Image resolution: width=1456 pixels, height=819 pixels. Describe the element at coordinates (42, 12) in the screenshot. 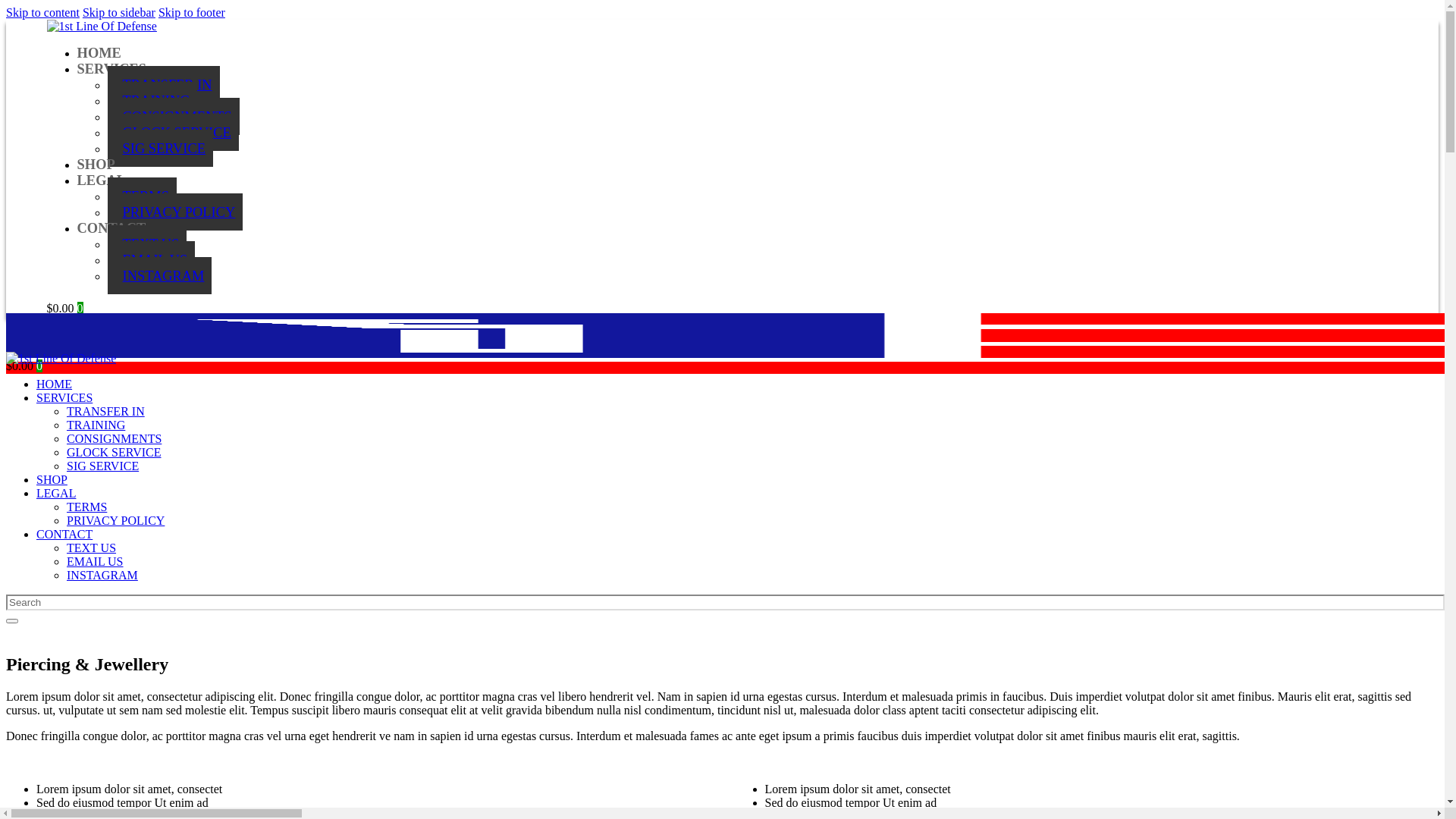

I see `'Skip to content'` at that location.